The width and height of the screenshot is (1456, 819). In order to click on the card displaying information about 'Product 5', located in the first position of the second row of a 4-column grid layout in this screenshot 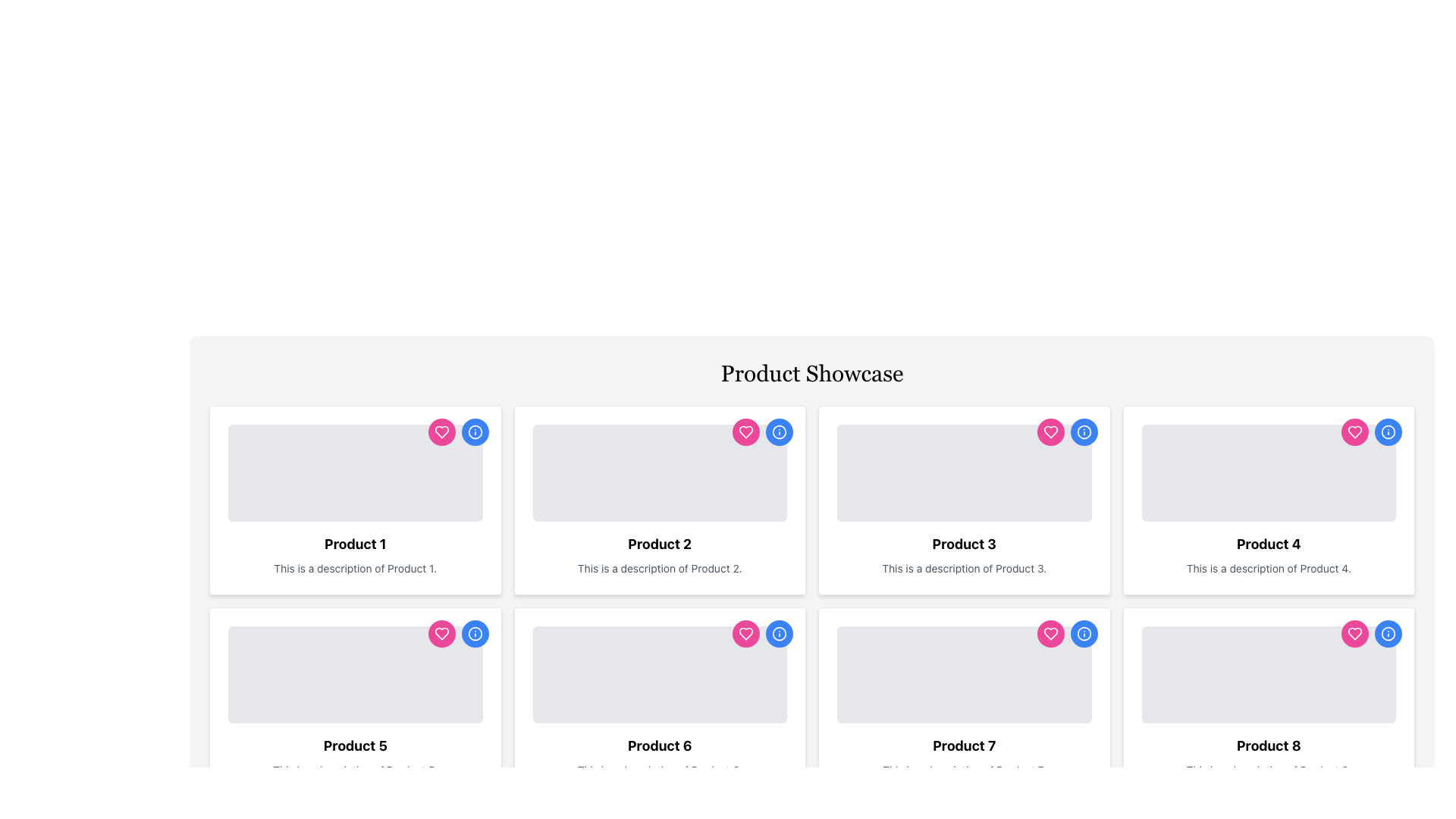, I will do `click(354, 701)`.